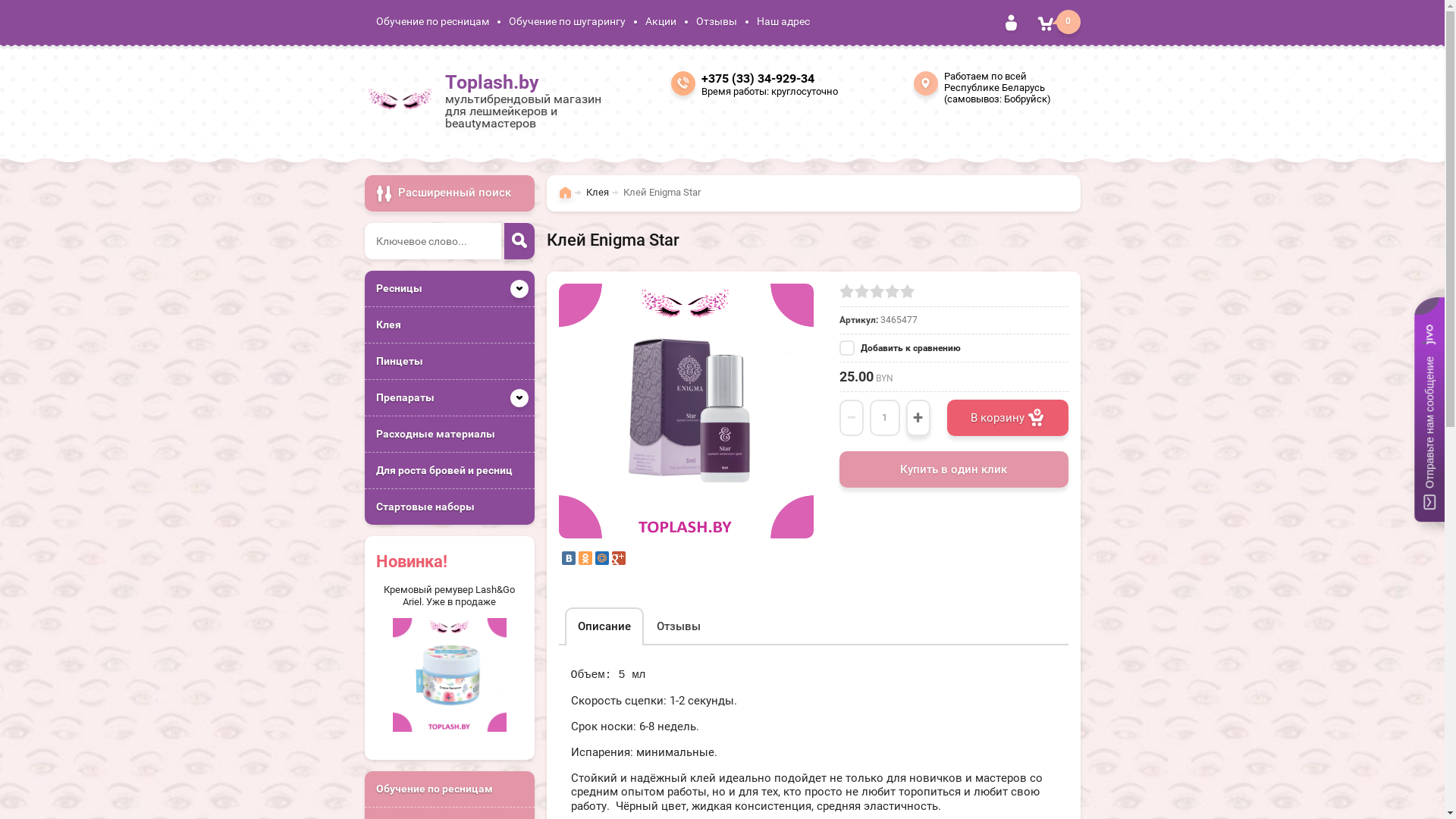 Image resolution: width=1456 pixels, height=819 pixels. What do you see at coordinates (916, 417) in the screenshot?
I see `'+'` at bounding box center [916, 417].